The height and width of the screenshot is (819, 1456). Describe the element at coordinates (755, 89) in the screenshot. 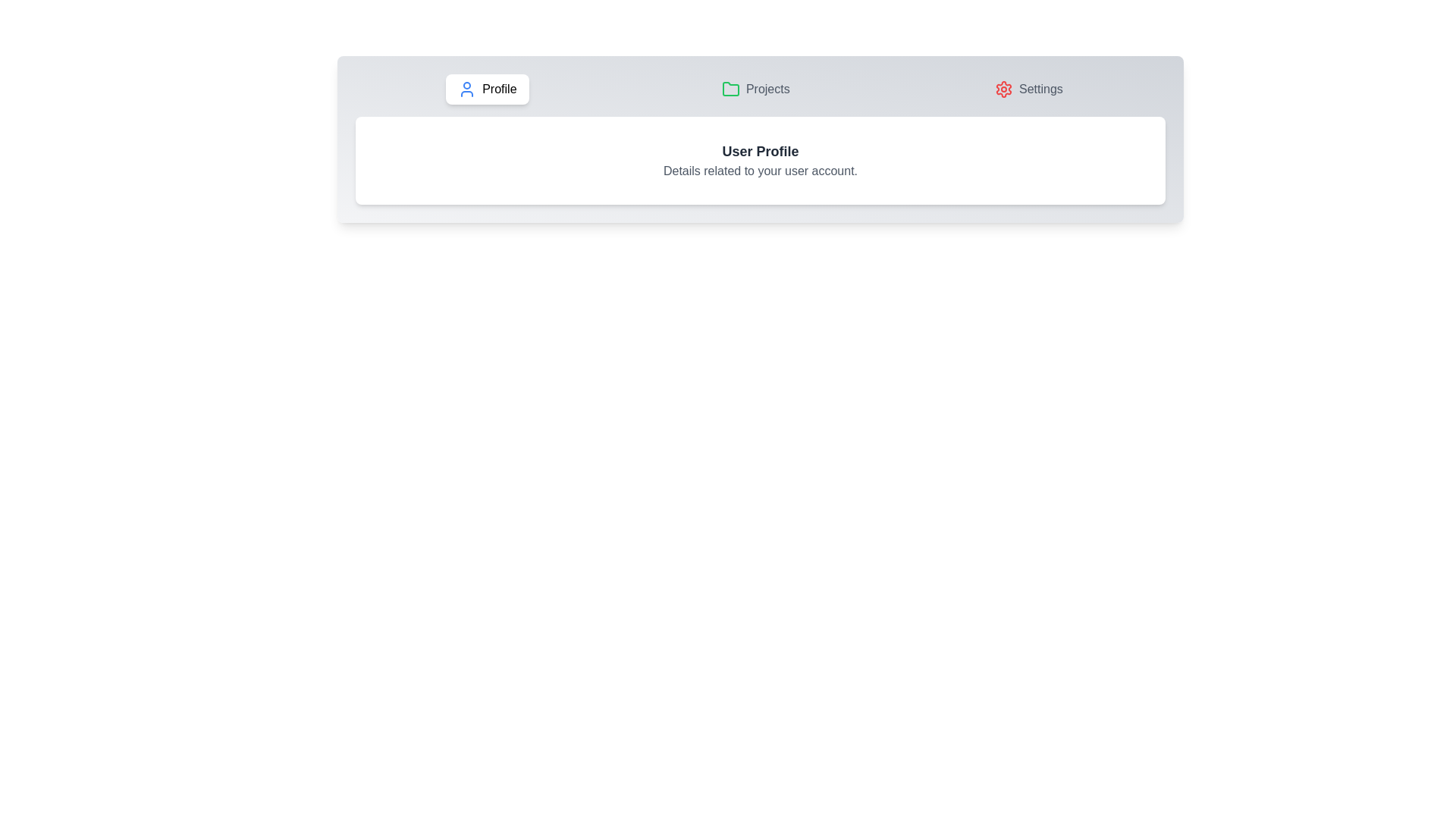

I see `the Projects tab by clicking on the corresponding tab button` at that location.